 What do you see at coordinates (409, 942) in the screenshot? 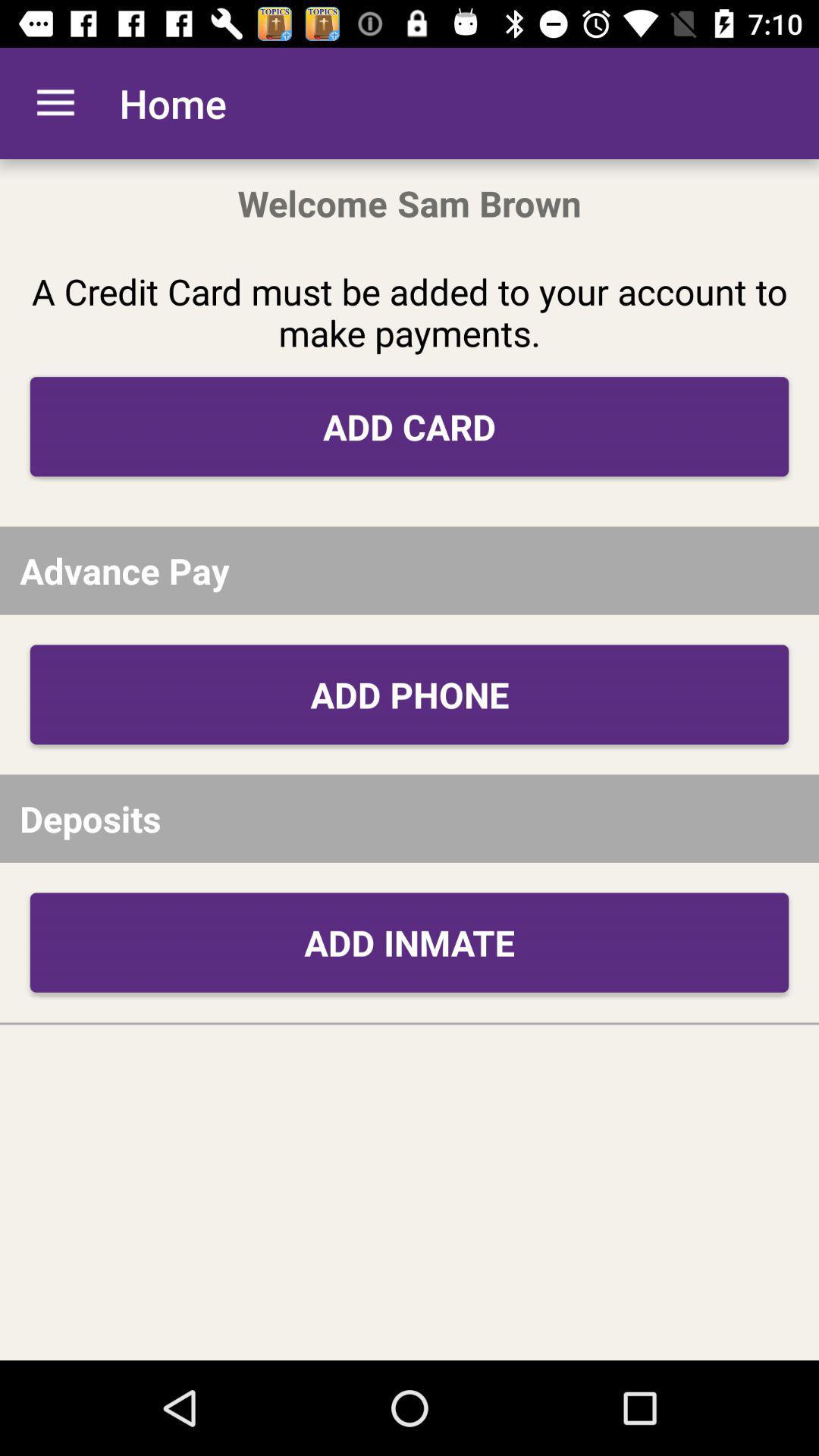
I see `add inmate` at bounding box center [409, 942].